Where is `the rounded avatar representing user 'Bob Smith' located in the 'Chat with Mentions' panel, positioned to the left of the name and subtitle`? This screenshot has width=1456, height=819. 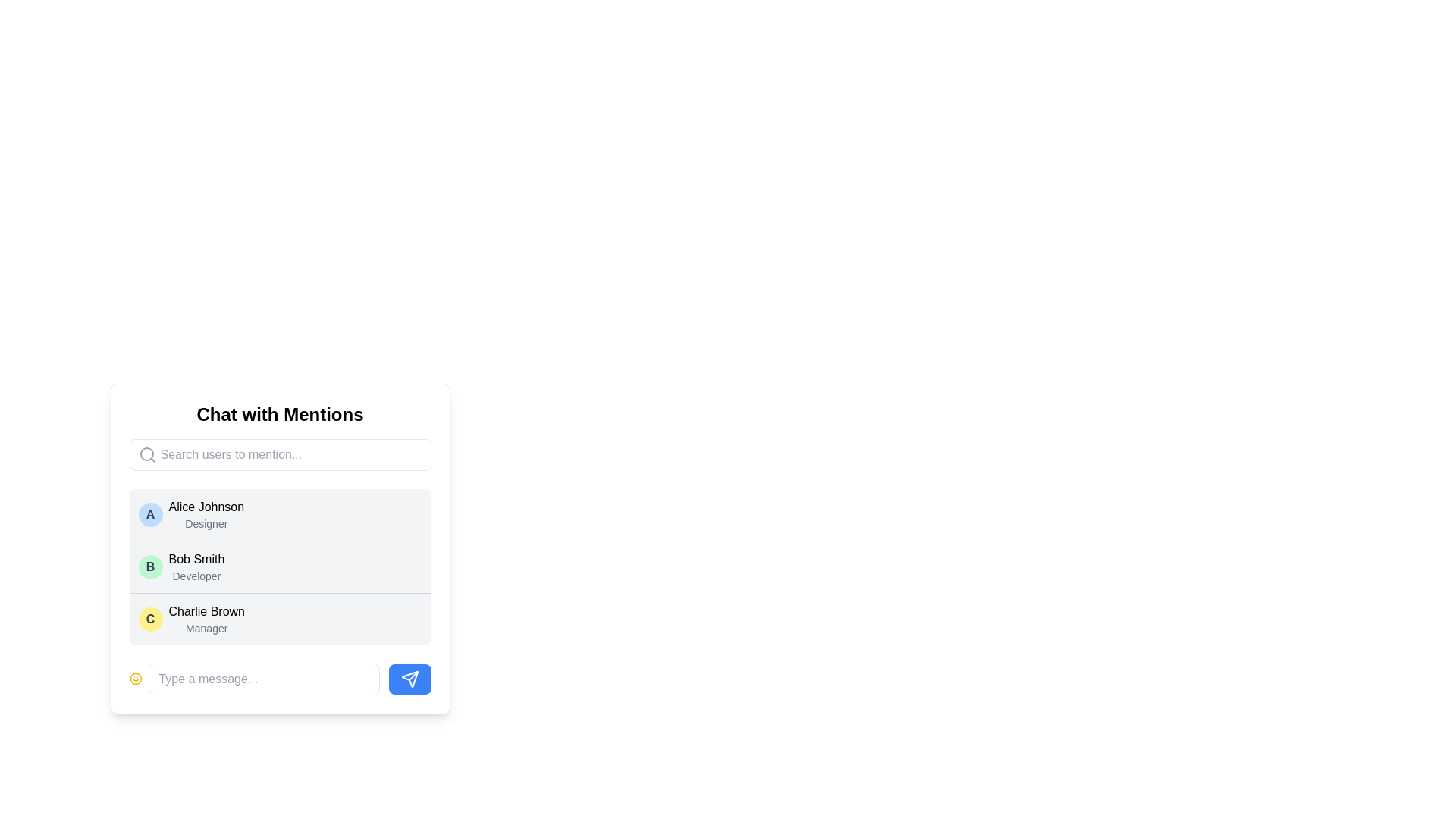
the rounded avatar representing user 'Bob Smith' located in the 'Chat with Mentions' panel, positioned to the left of the name and subtitle is located at coordinates (150, 567).